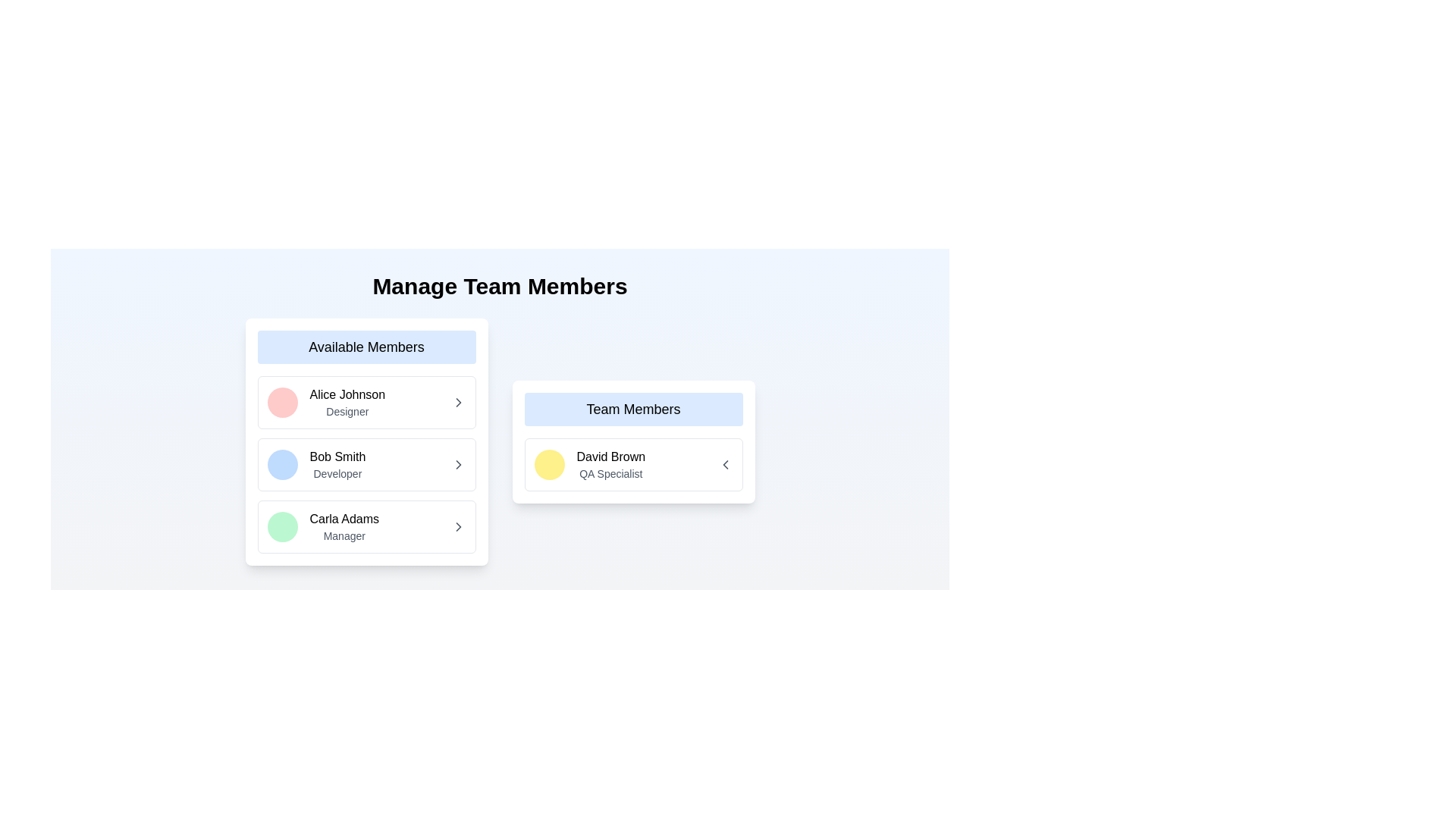 This screenshot has height=819, width=1456. I want to click on the text label reading 'Developer' that is styled with a small font size and gray color, located below the name 'Bob Smith' in the 'Available Members' list, so click(337, 472).